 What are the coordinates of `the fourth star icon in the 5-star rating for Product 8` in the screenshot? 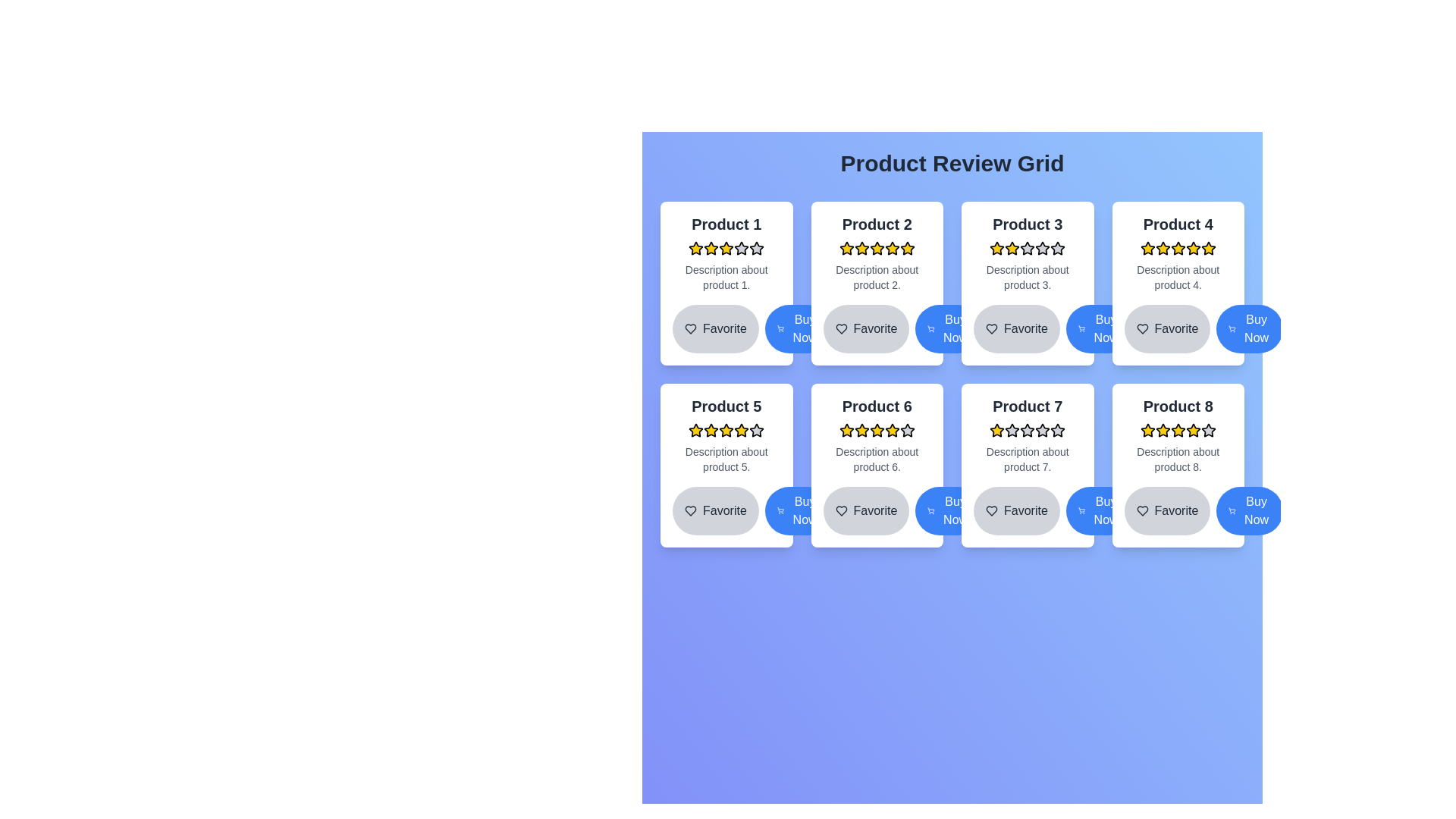 It's located at (1177, 430).